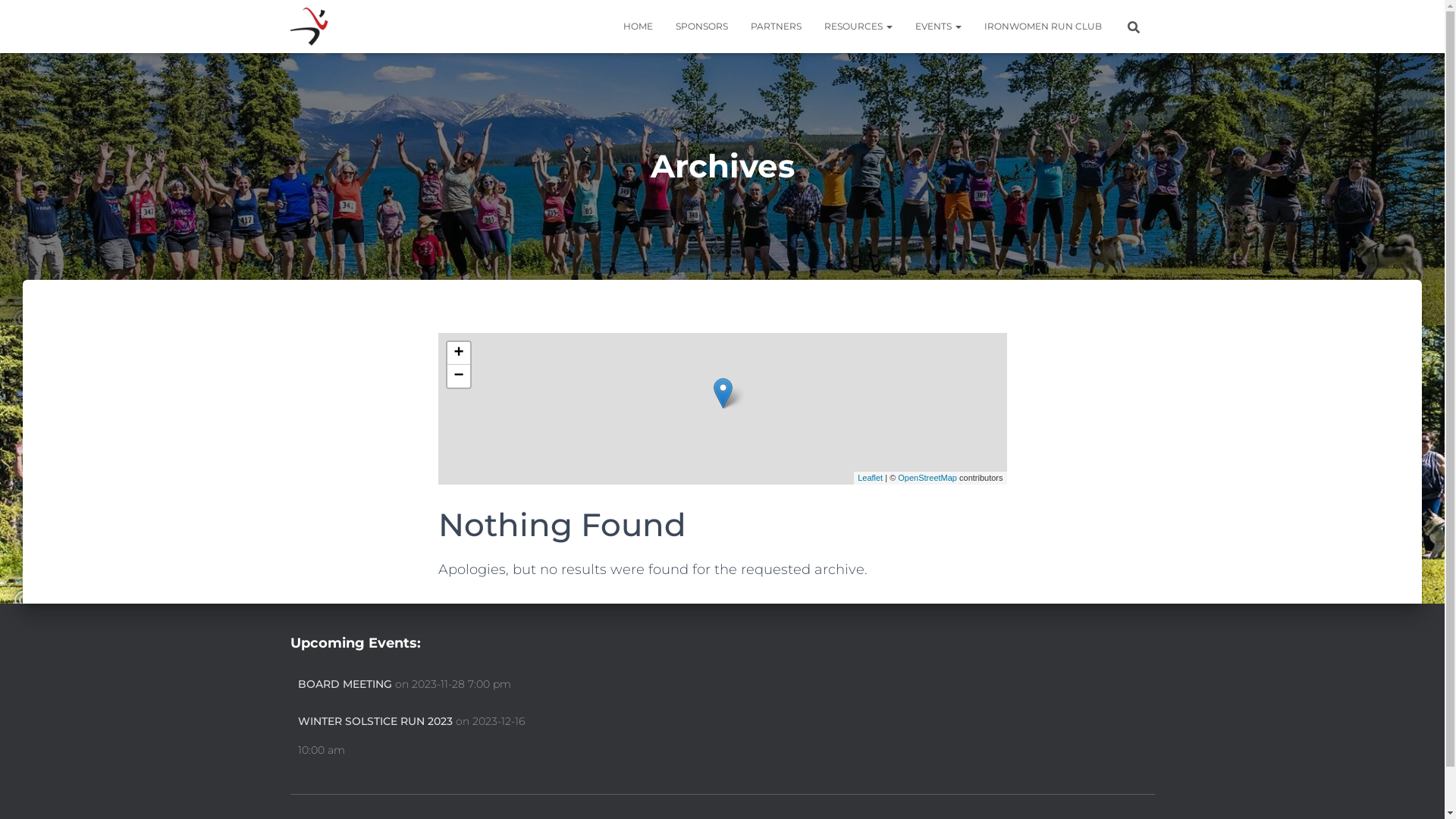  What do you see at coordinates (664, 26) in the screenshot?
I see `'SPONSORS'` at bounding box center [664, 26].